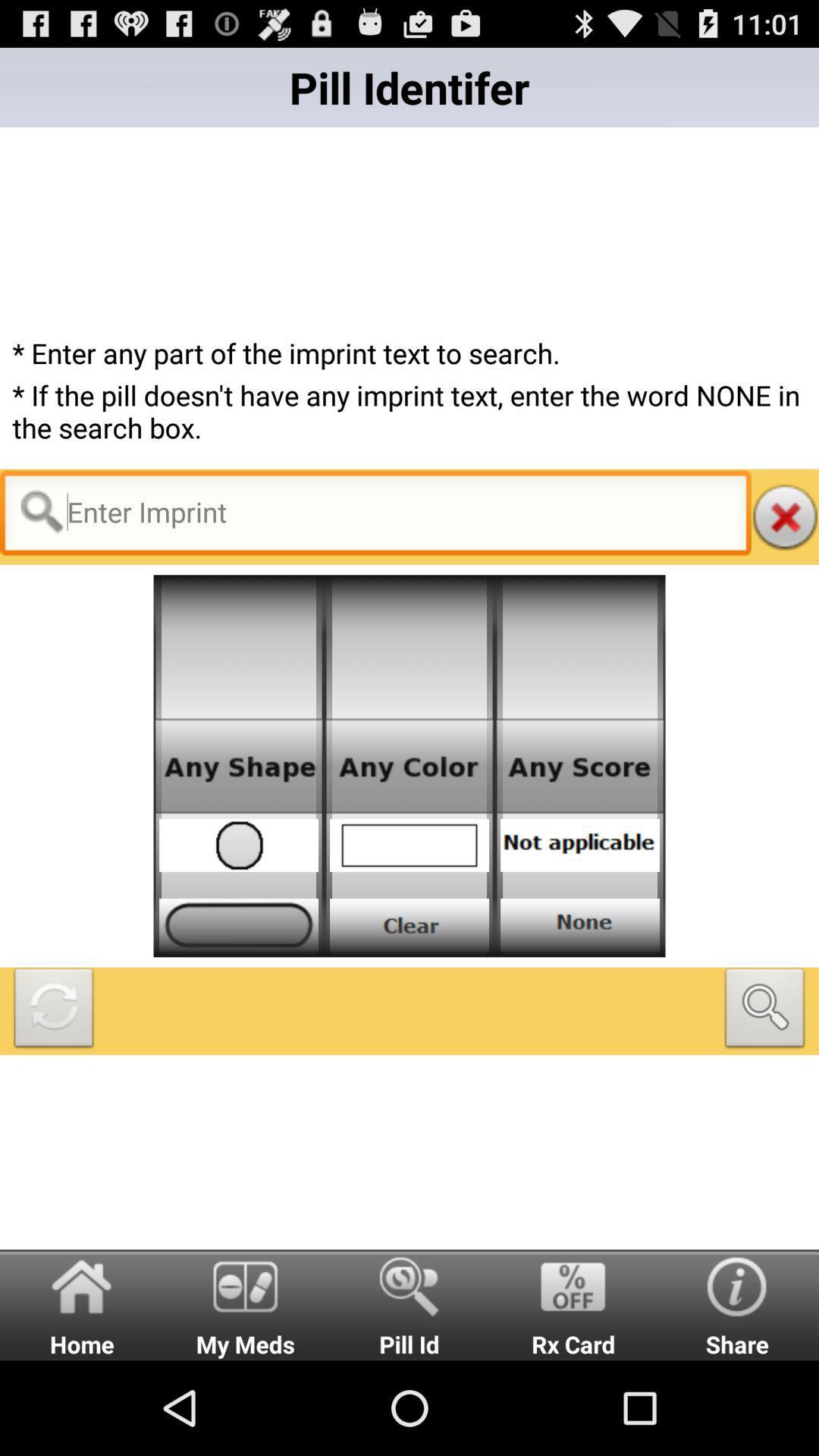 The height and width of the screenshot is (1456, 819). I want to click on the close icon, so click(785, 552).